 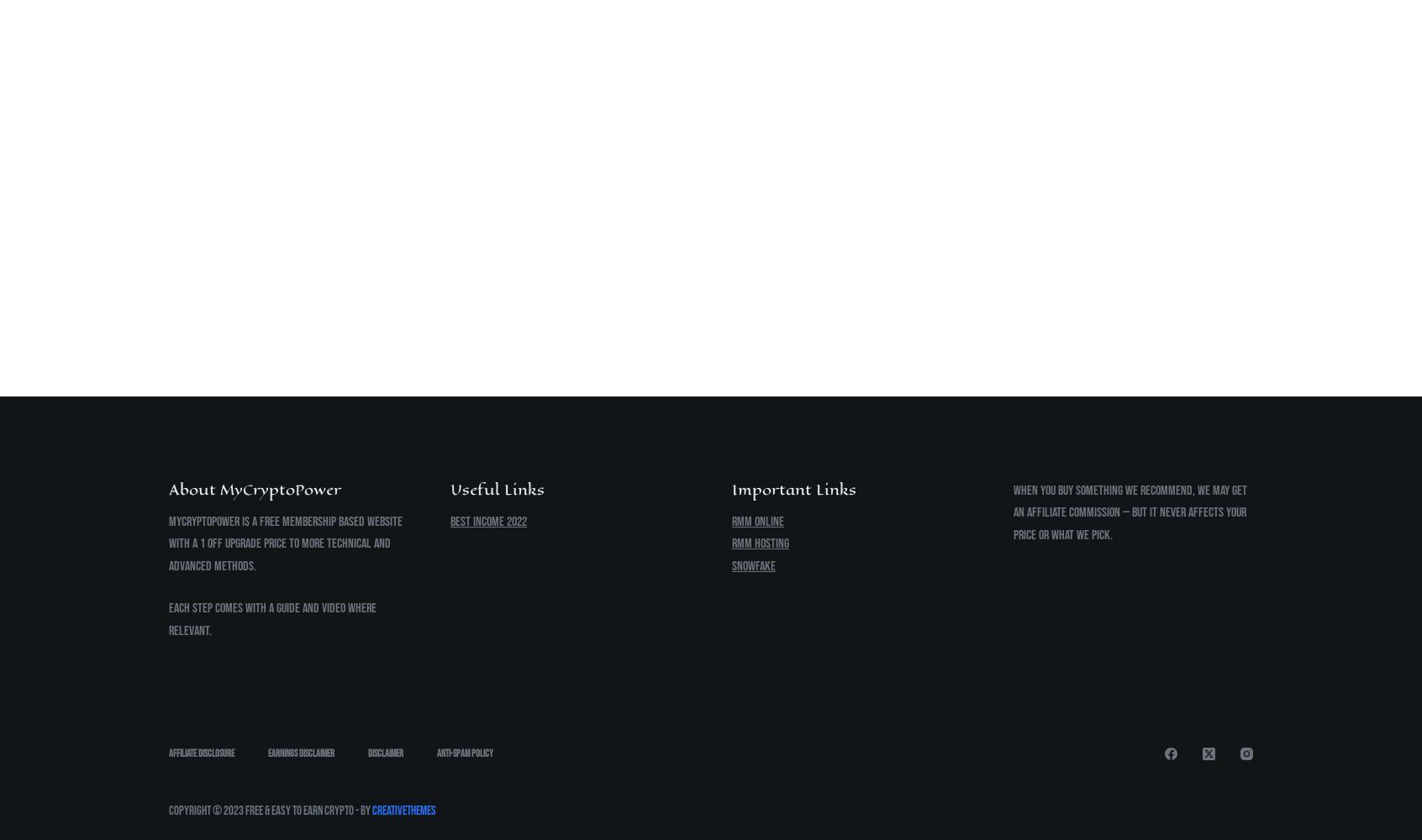 I want to click on 'RMM Online', so click(x=757, y=520).